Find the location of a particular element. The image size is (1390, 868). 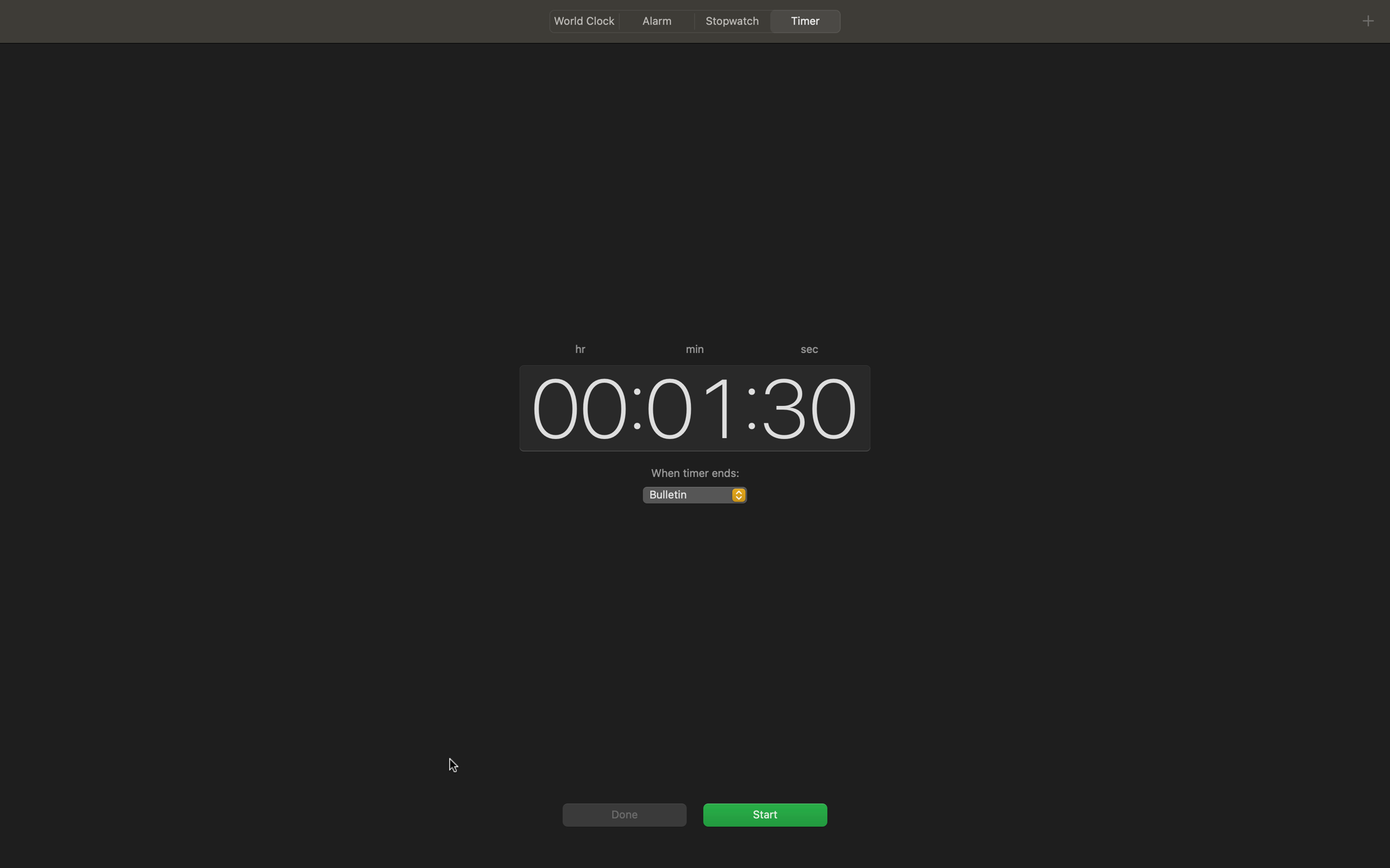

the timer by hitting the green start button is located at coordinates (764, 813).